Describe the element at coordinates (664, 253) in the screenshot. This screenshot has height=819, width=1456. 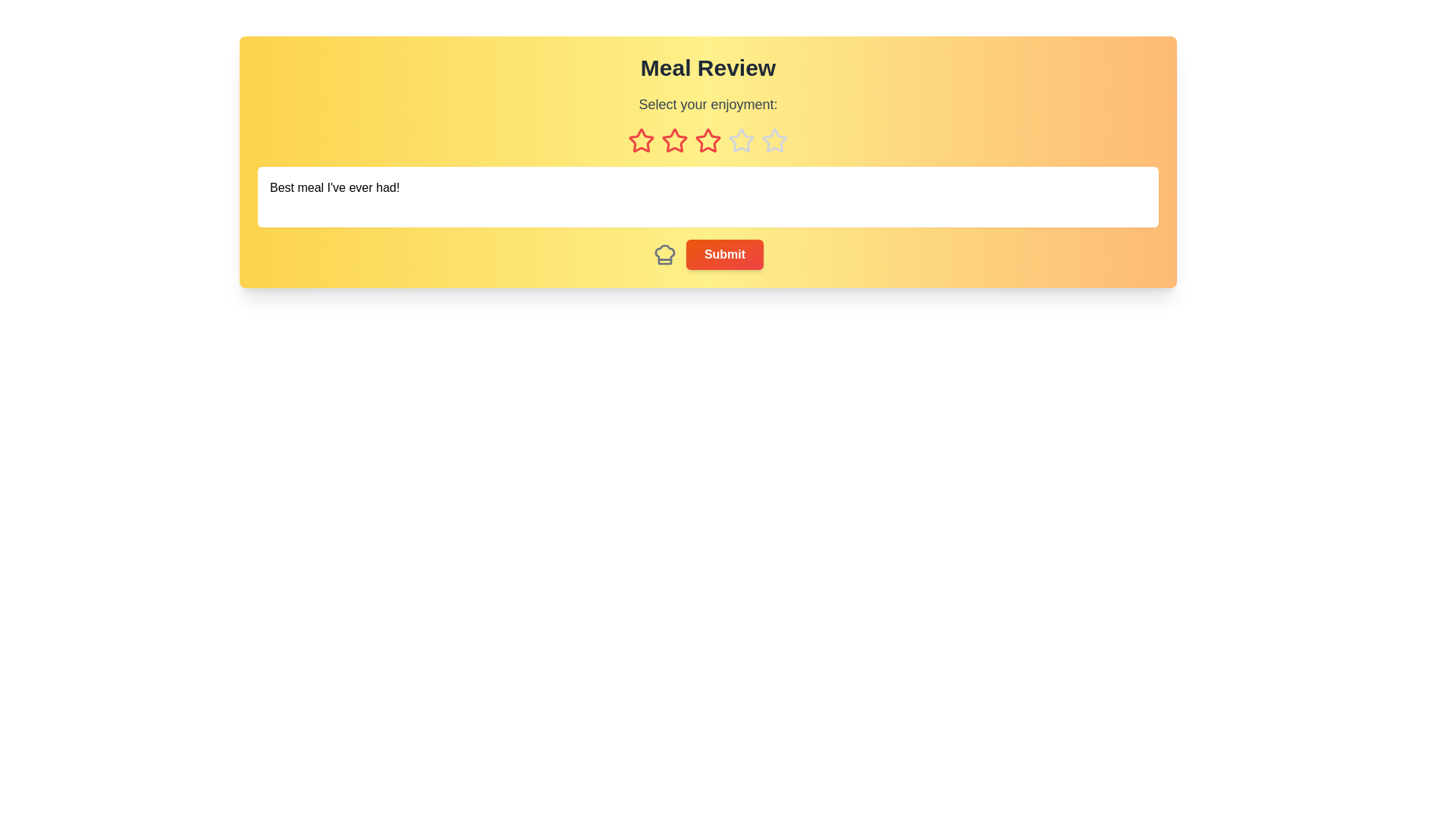
I see `the chef's hat icon with a gray outline and hollow center, positioned to the left of the 'Submit' button` at that location.